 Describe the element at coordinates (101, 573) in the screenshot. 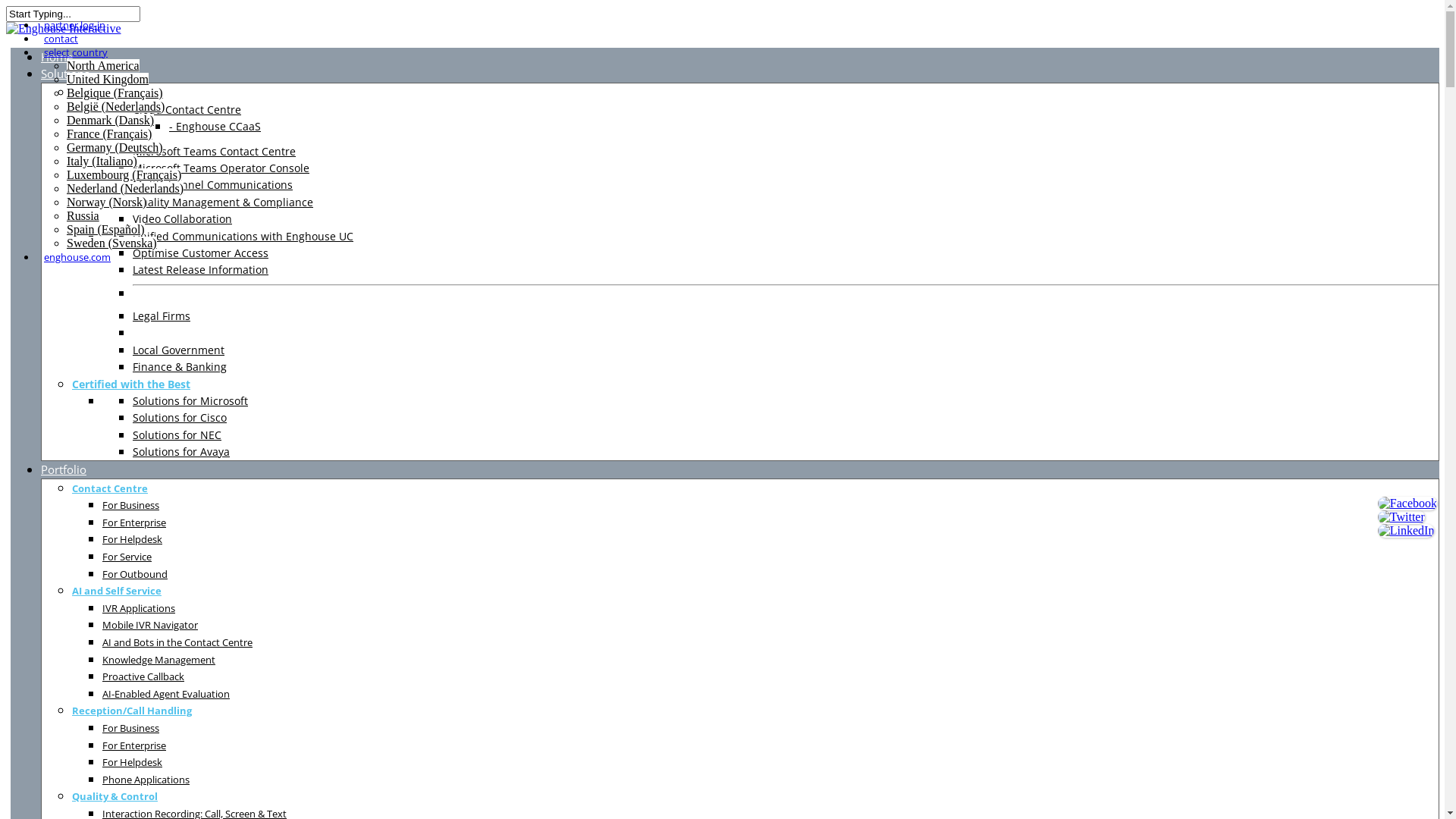

I see `'For Outbound'` at that location.